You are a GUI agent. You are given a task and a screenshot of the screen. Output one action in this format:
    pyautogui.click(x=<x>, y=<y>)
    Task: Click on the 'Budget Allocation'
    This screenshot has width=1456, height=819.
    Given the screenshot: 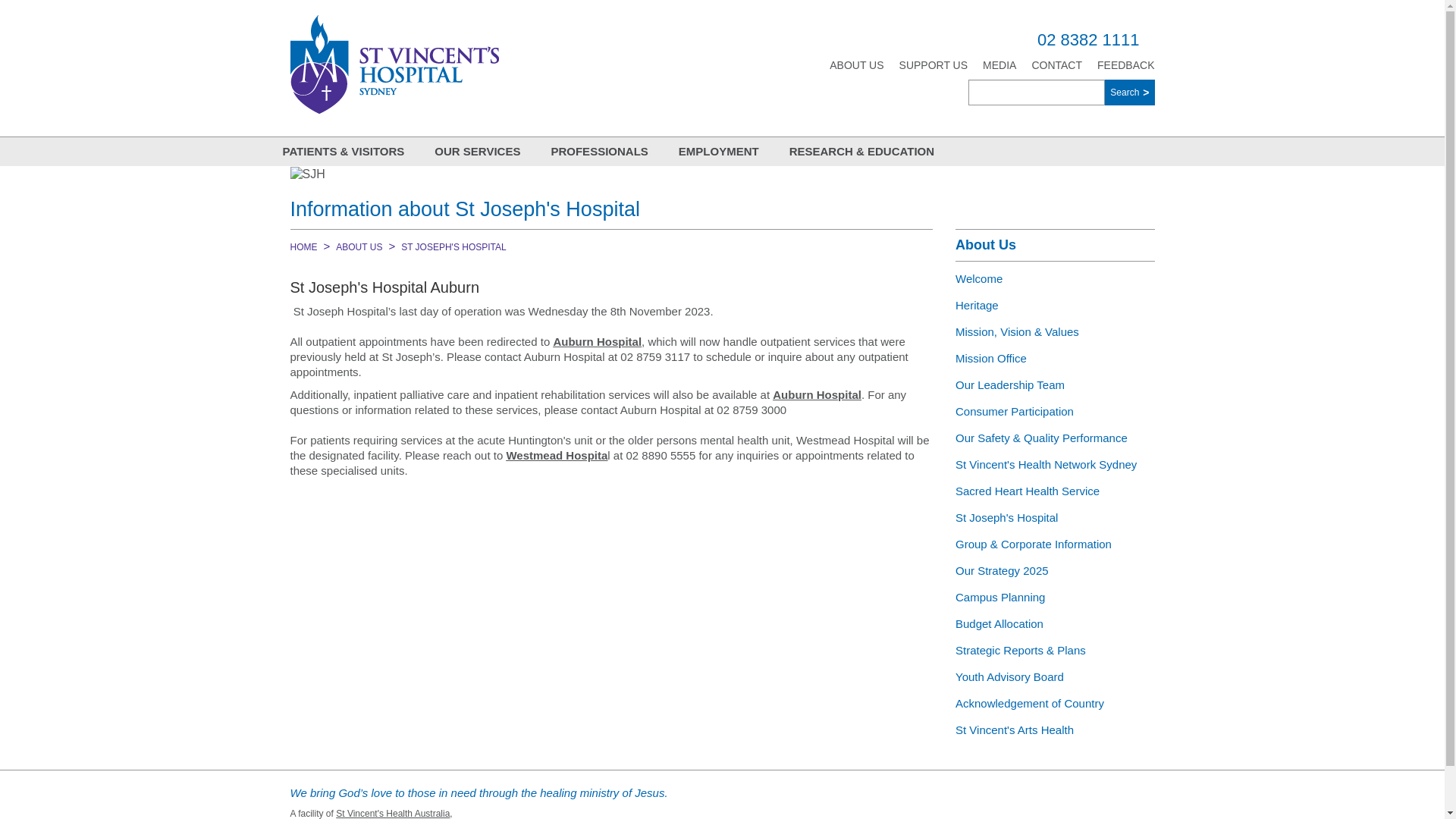 What is the action you would take?
    pyautogui.click(x=1054, y=623)
    